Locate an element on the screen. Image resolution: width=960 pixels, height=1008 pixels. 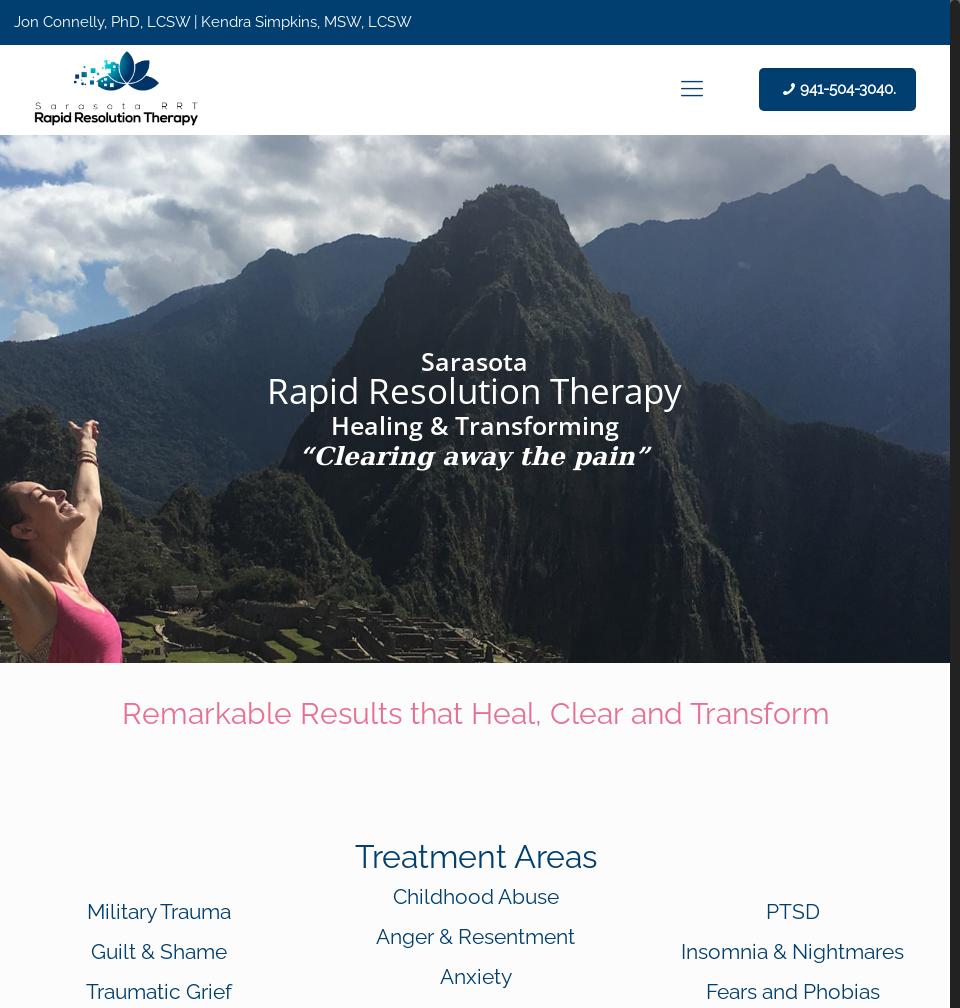
'Traumatic Grief' is located at coordinates (157, 991).